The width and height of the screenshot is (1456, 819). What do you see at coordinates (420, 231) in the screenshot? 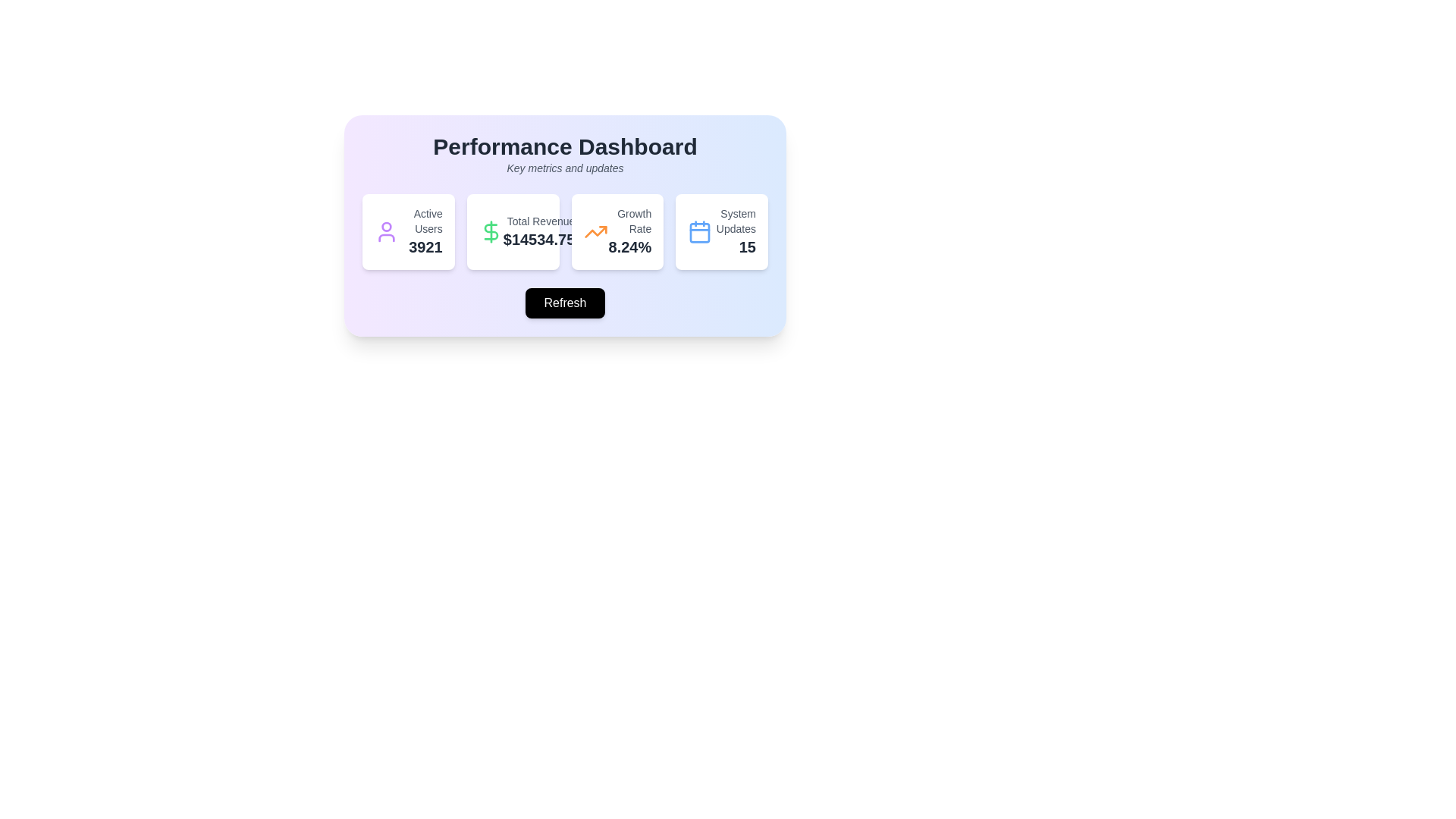
I see `displayed text showing 'Active Users' and its value '3921' from the text display component located in the top-left card of the Performance Dashboard` at bounding box center [420, 231].